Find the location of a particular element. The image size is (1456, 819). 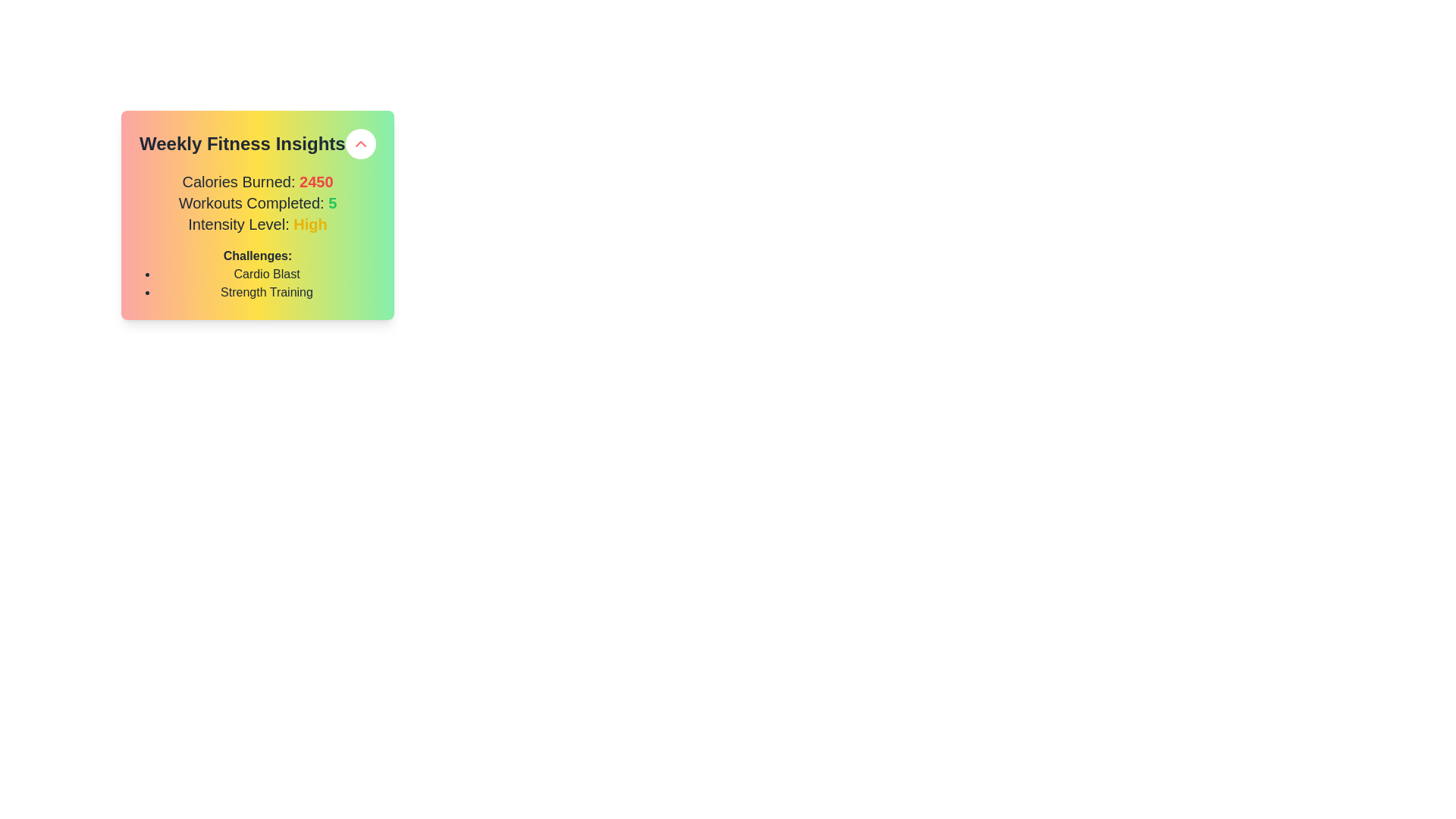

the 'Strength Training' label, which is the second item in the bulleted list under the 'Challenges' header, located centrally within the panel is located at coordinates (266, 292).